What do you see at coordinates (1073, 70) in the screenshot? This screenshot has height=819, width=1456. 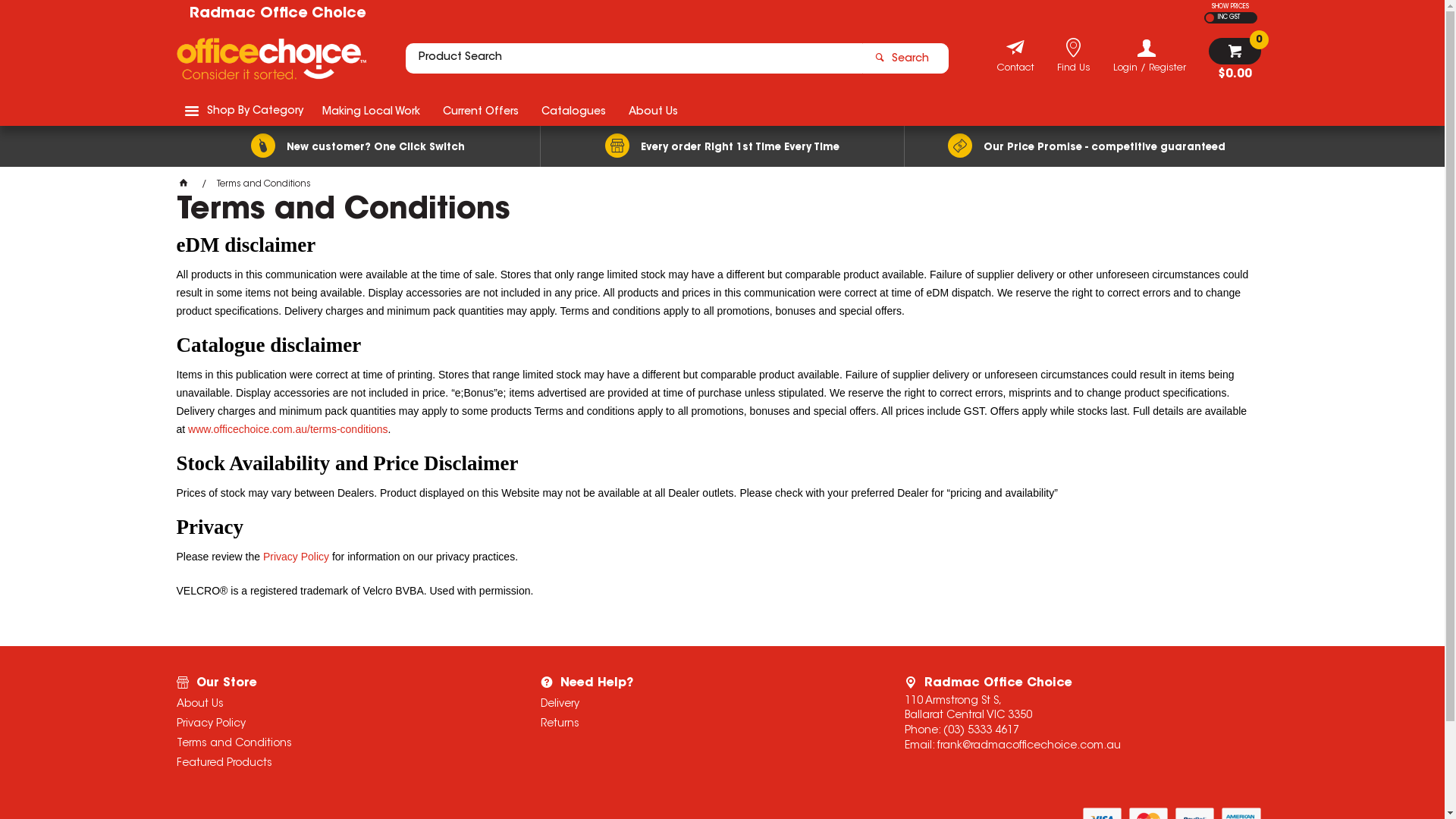 I see `'Find Us'` at bounding box center [1073, 70].